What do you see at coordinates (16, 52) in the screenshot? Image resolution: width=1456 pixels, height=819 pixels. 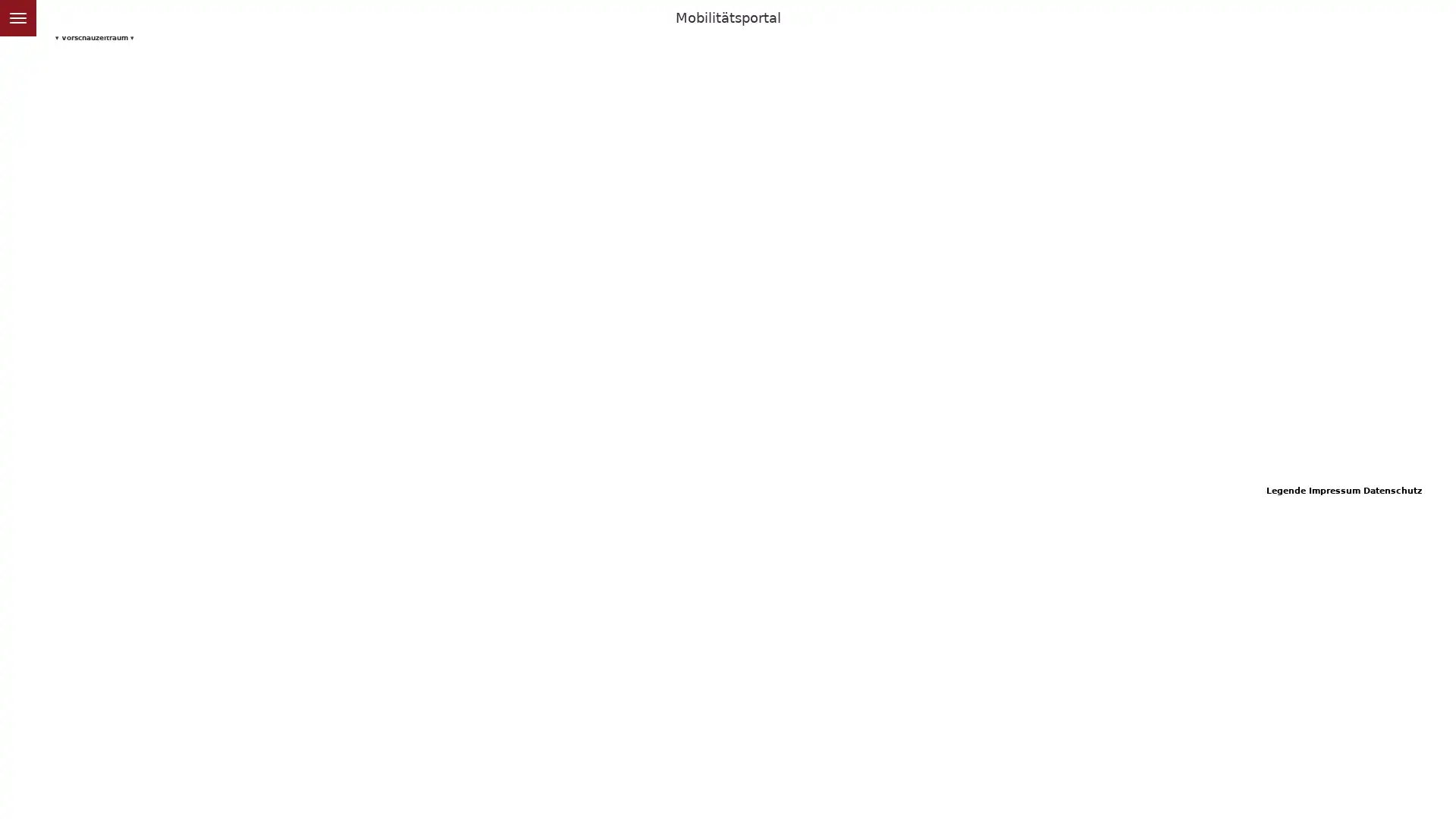 I see `+` at bounding box center [16, 52].